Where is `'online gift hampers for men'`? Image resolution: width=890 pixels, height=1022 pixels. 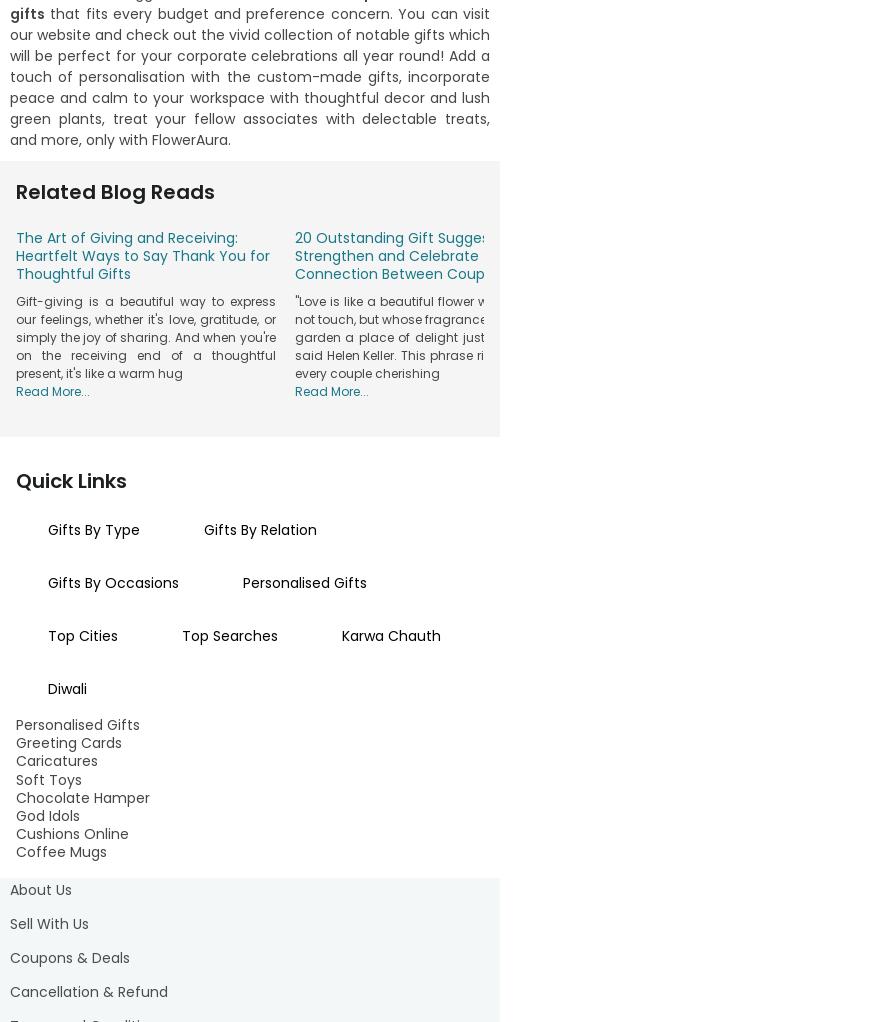 'online gift hampers for men' is located at coordinates (147, 456).